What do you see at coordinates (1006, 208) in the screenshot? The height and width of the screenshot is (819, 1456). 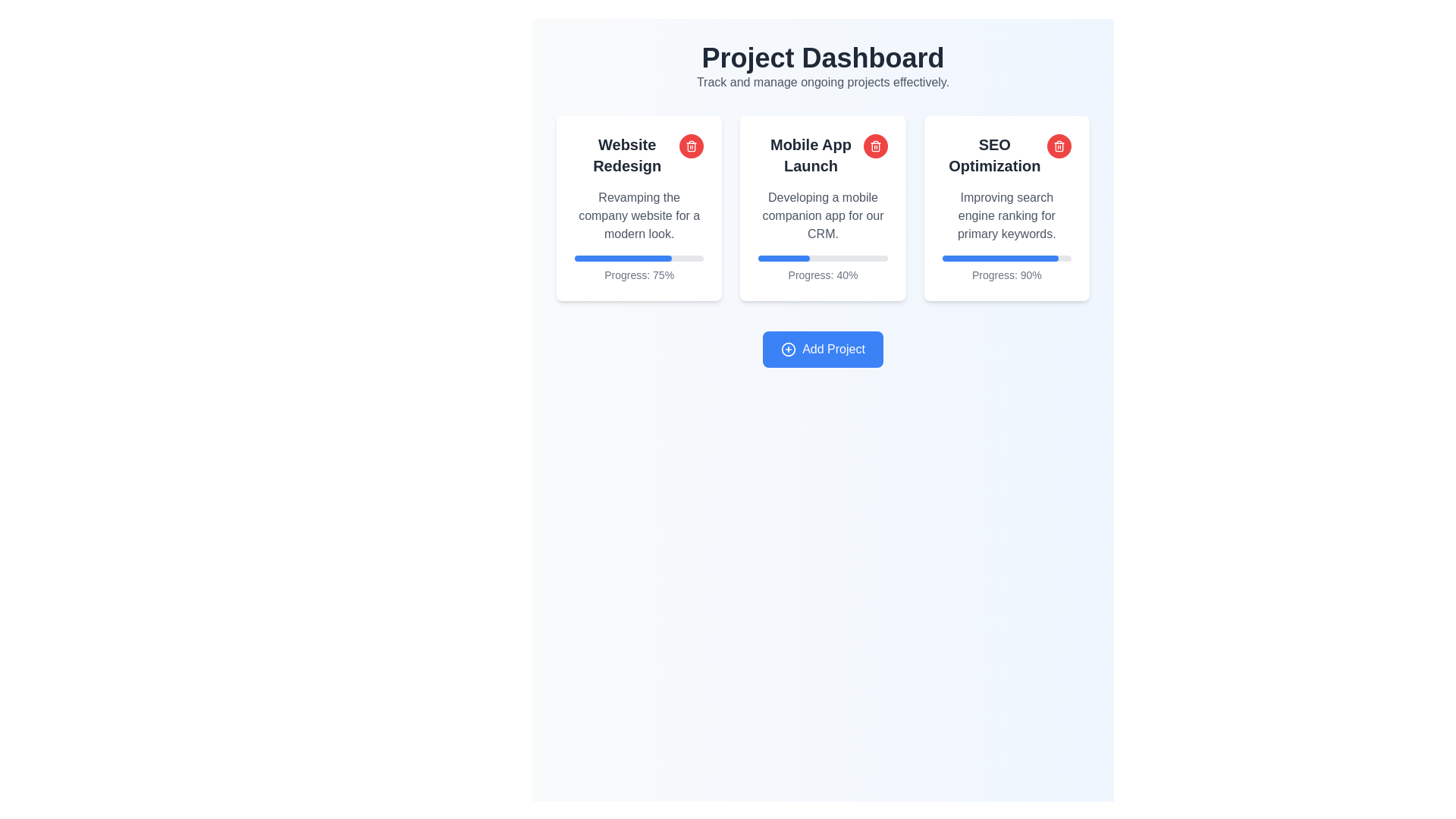 I see `the SEO optimization project card, which is the third card in a horizontal collection under the 'Project Dashboard' header` at bounding box center [1006, 208].